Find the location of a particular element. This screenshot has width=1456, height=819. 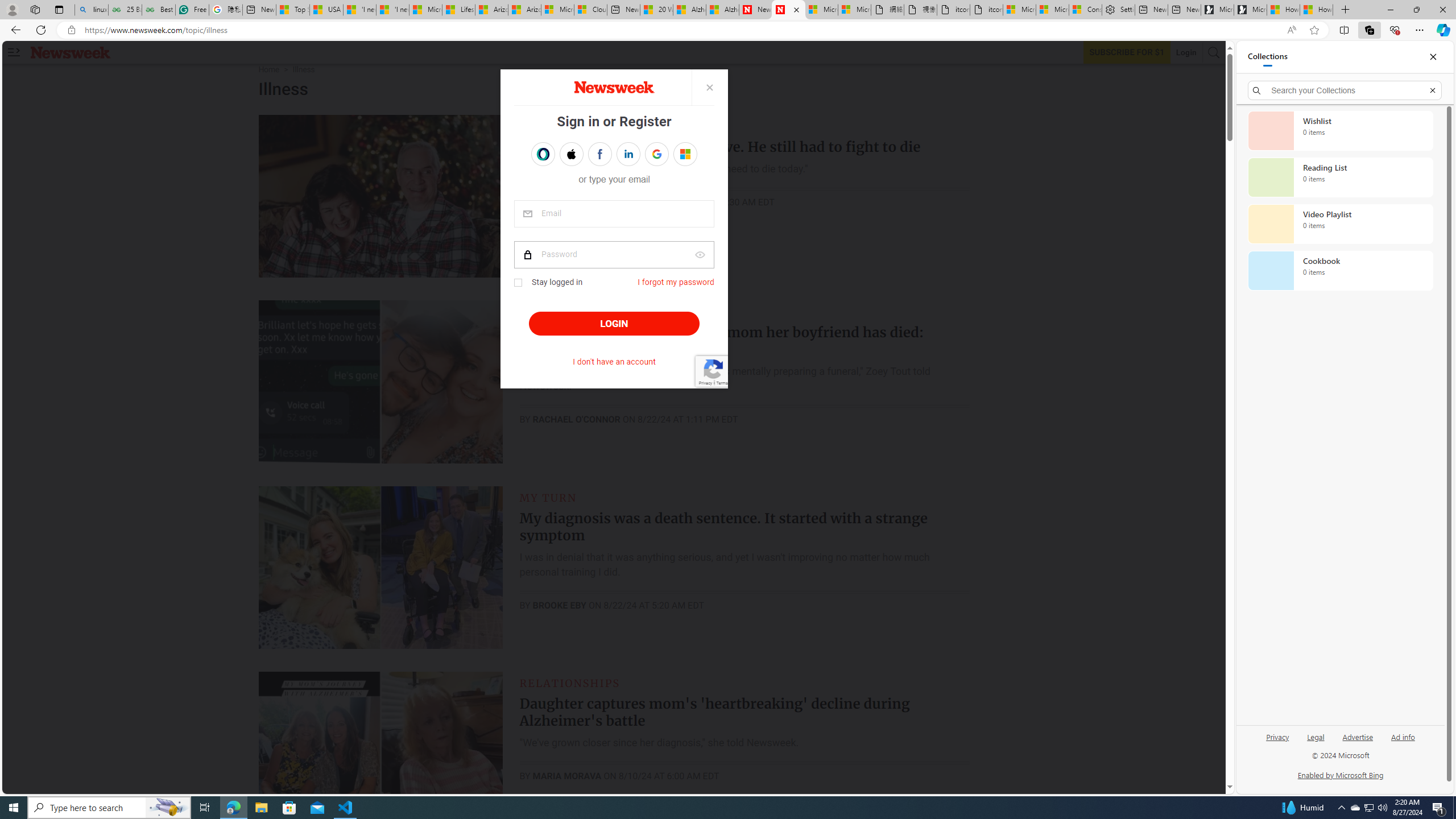

'Sign in with OPENPASS' is located at coordinates (542, 154).